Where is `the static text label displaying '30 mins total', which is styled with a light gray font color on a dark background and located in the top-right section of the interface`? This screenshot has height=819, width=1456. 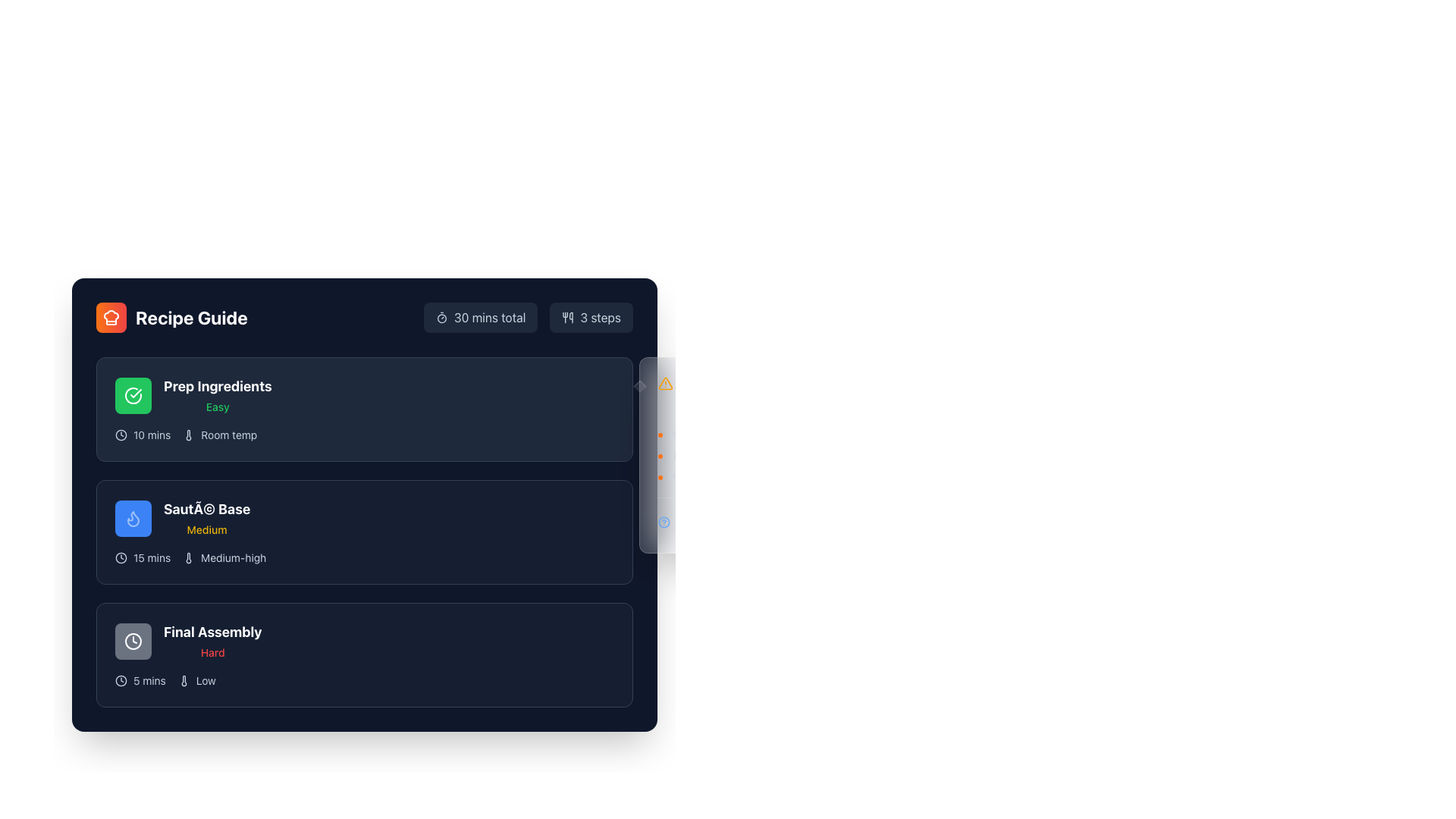 the static text label displaying '30 mins total', which is styled with a light gray font color on a dark background and located in the top-right section of the interface is located at coordinates (490, 317).